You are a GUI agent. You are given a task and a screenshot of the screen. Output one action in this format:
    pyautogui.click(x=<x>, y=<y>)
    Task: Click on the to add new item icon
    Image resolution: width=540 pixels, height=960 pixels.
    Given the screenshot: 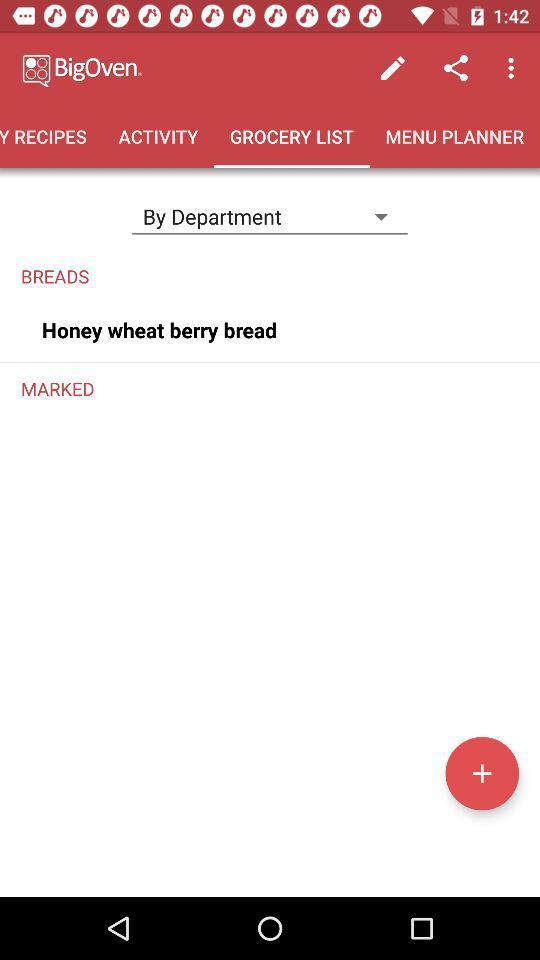 What is the action you would take?
    pyautogui.click(x=481, y=772)
    